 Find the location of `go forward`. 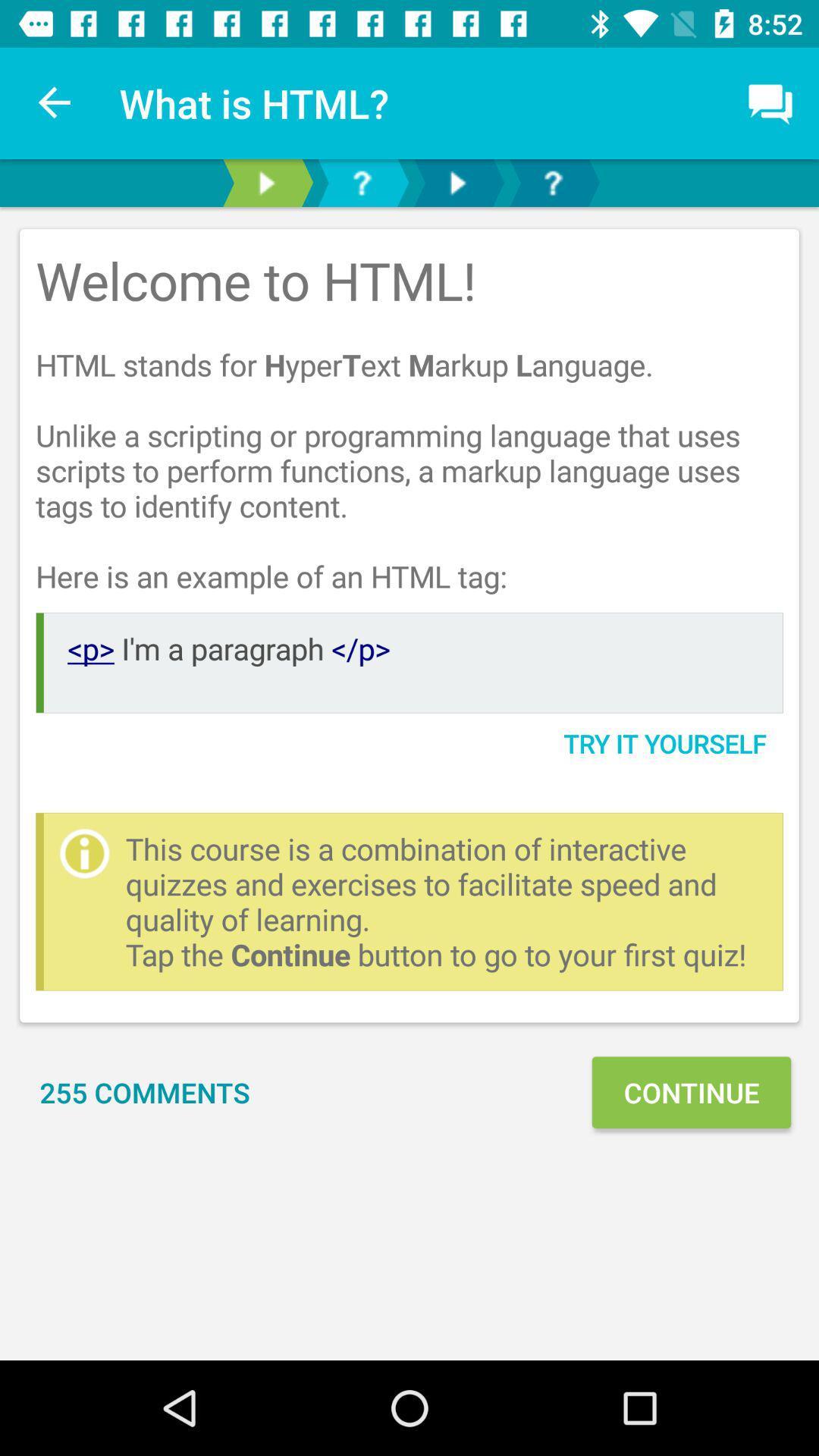

go forward is located at coordinates (456, 182).